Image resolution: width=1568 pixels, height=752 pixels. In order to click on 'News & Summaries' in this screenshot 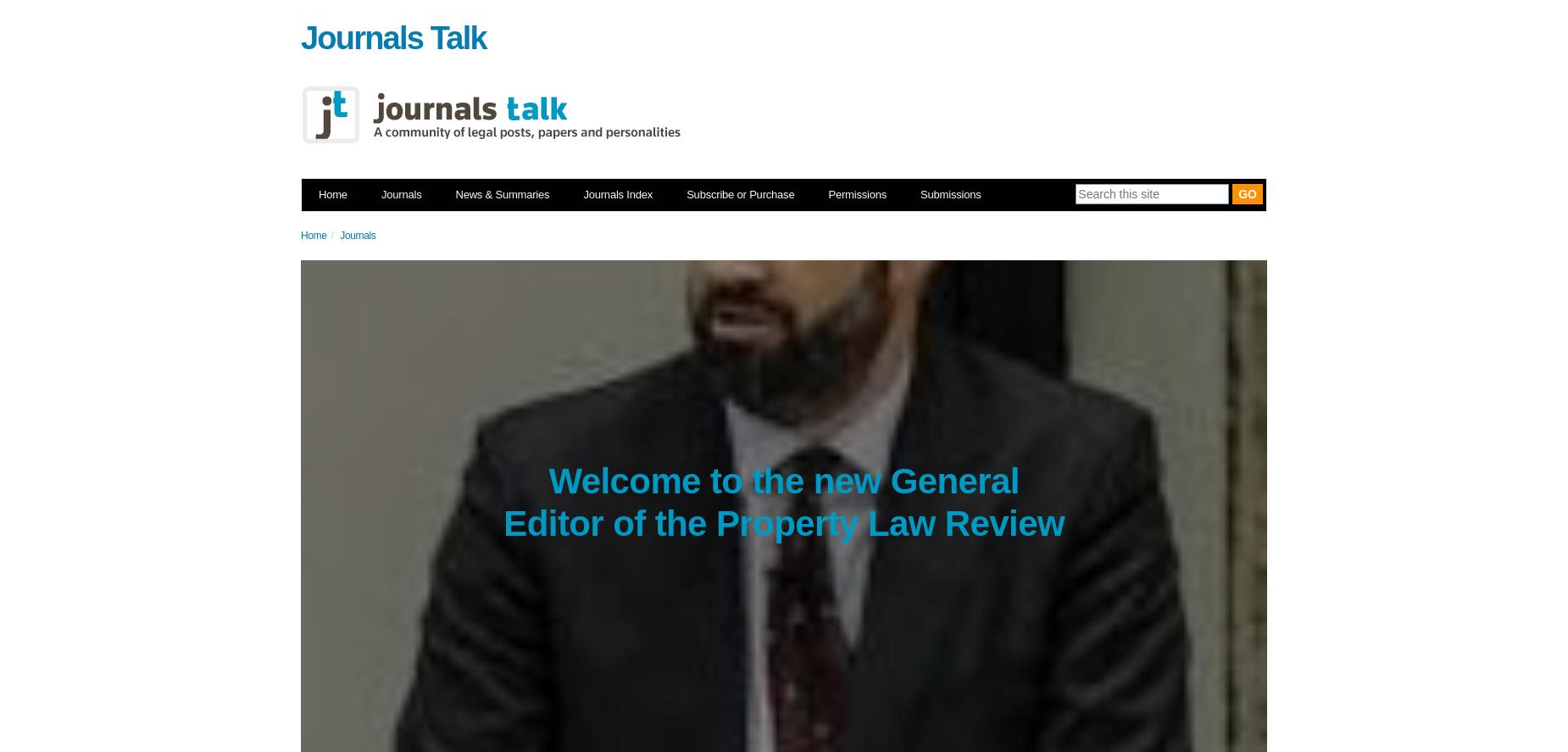, I will do `click(455, 194)`.